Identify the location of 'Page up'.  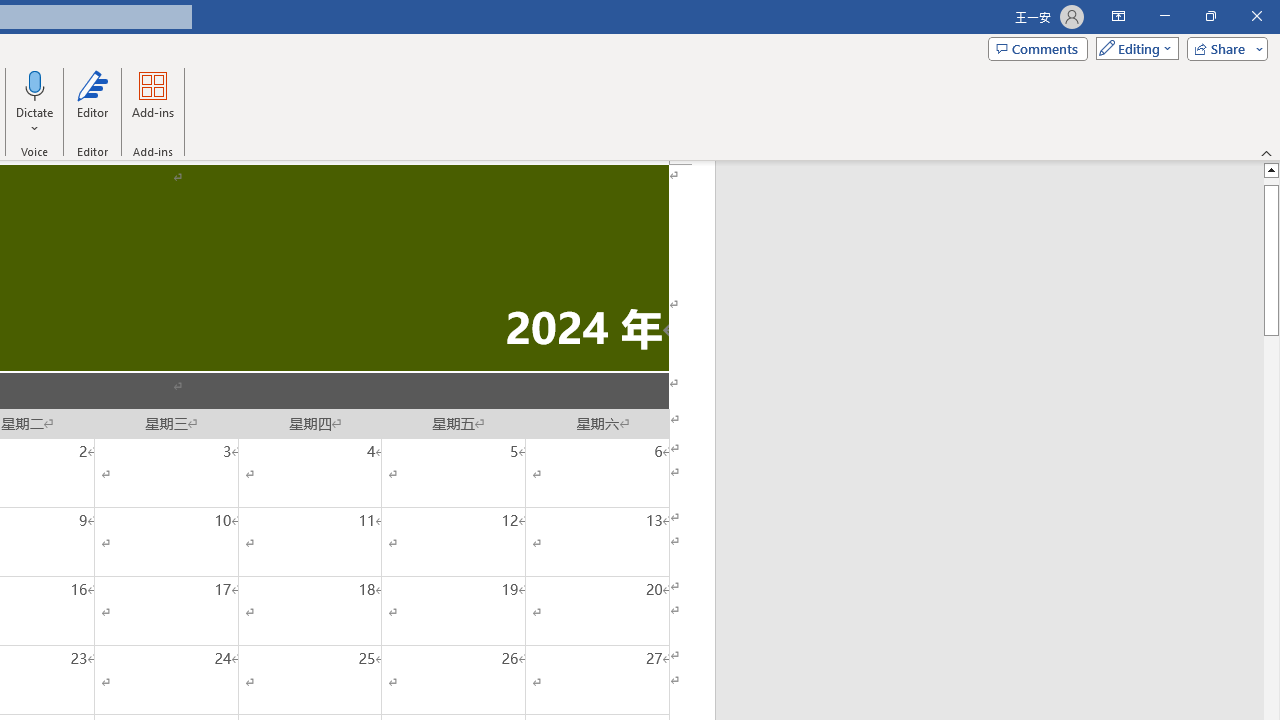
(1270, 181).